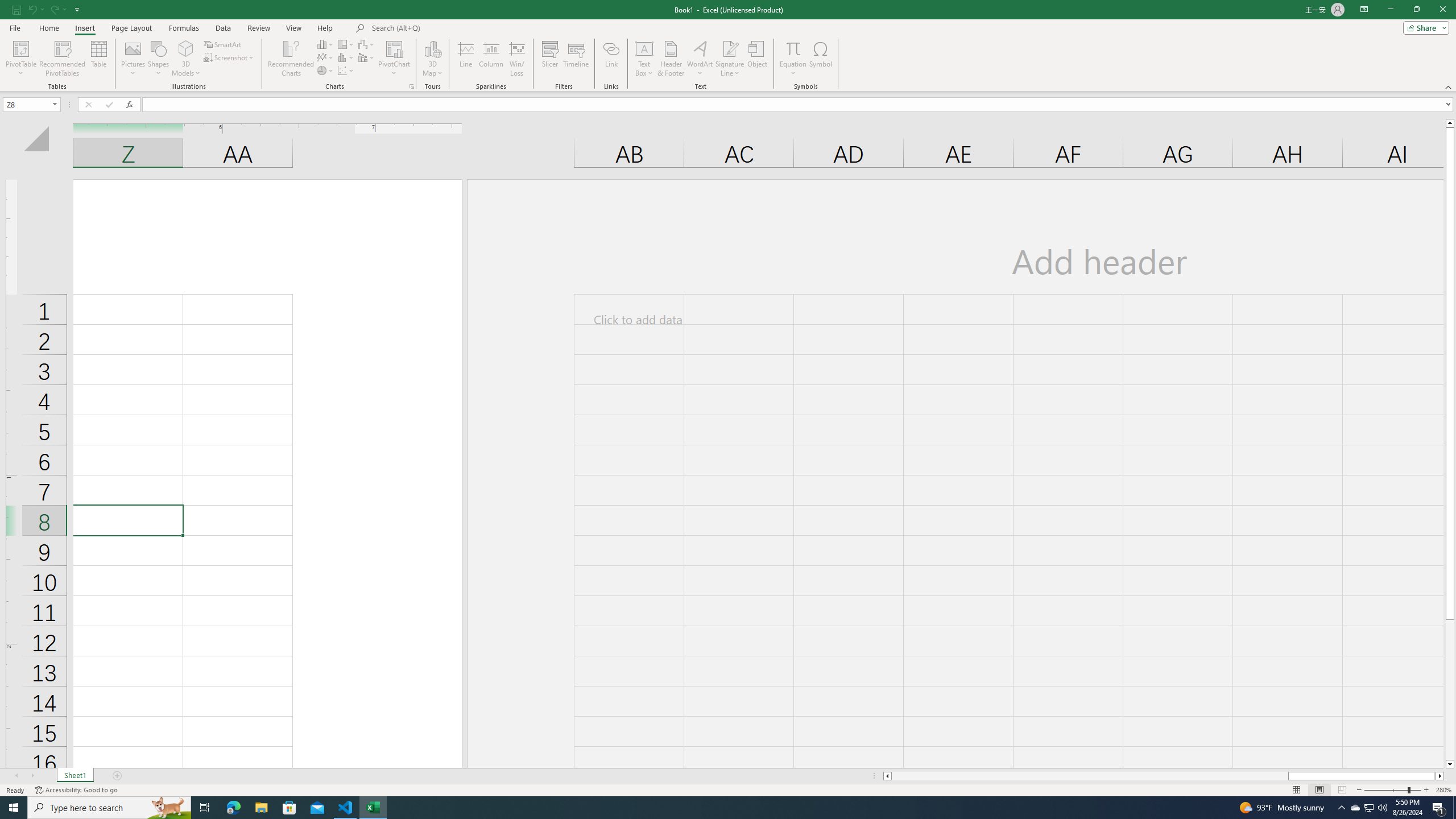  Describe the element at coordinates (63, 59) in the screenshot. I see `'Recommended PivotTables'` at that location.